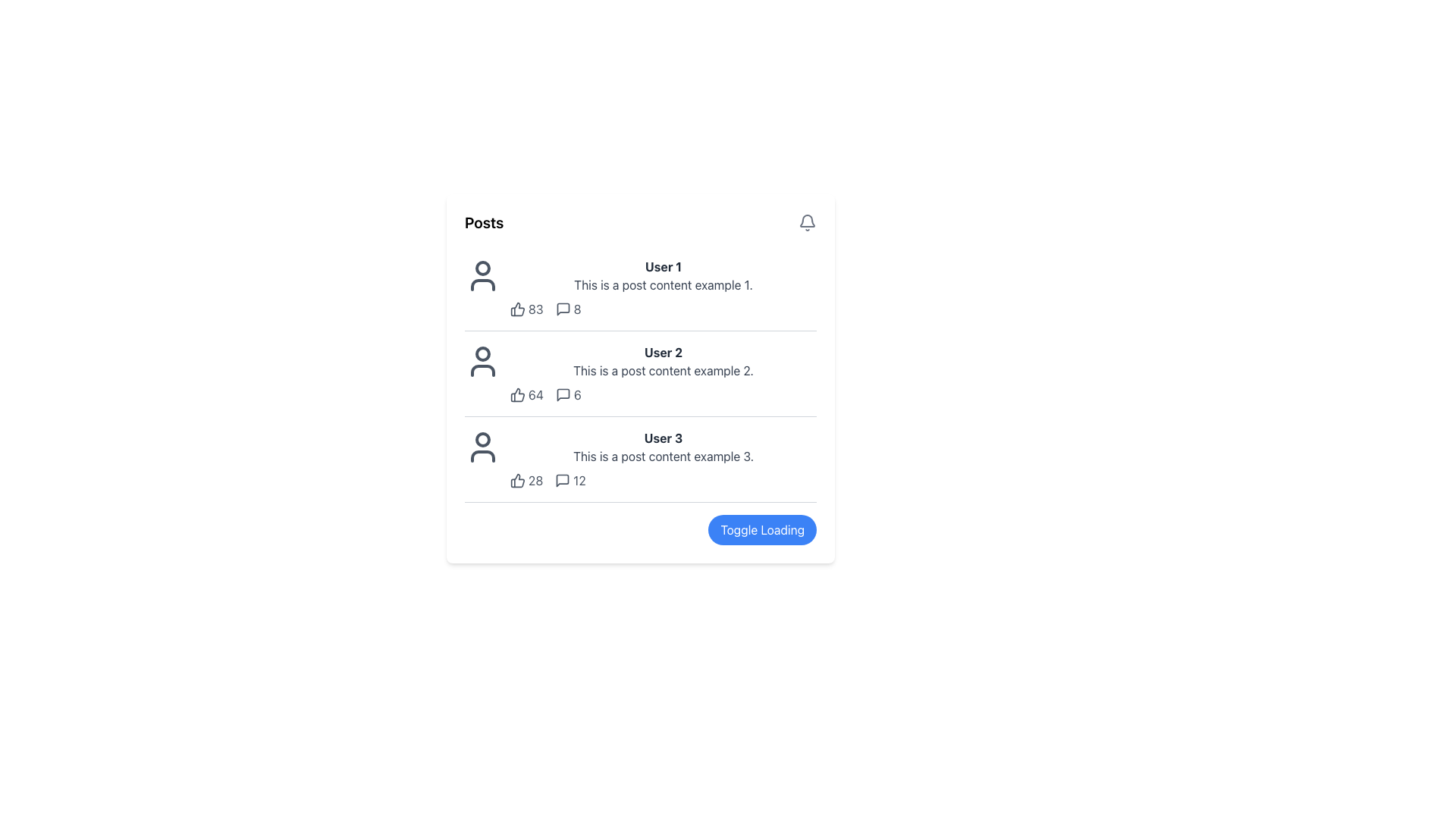  Describe the element at coordinates (663, 374) in the screenshot. I see `the second post` at that location.